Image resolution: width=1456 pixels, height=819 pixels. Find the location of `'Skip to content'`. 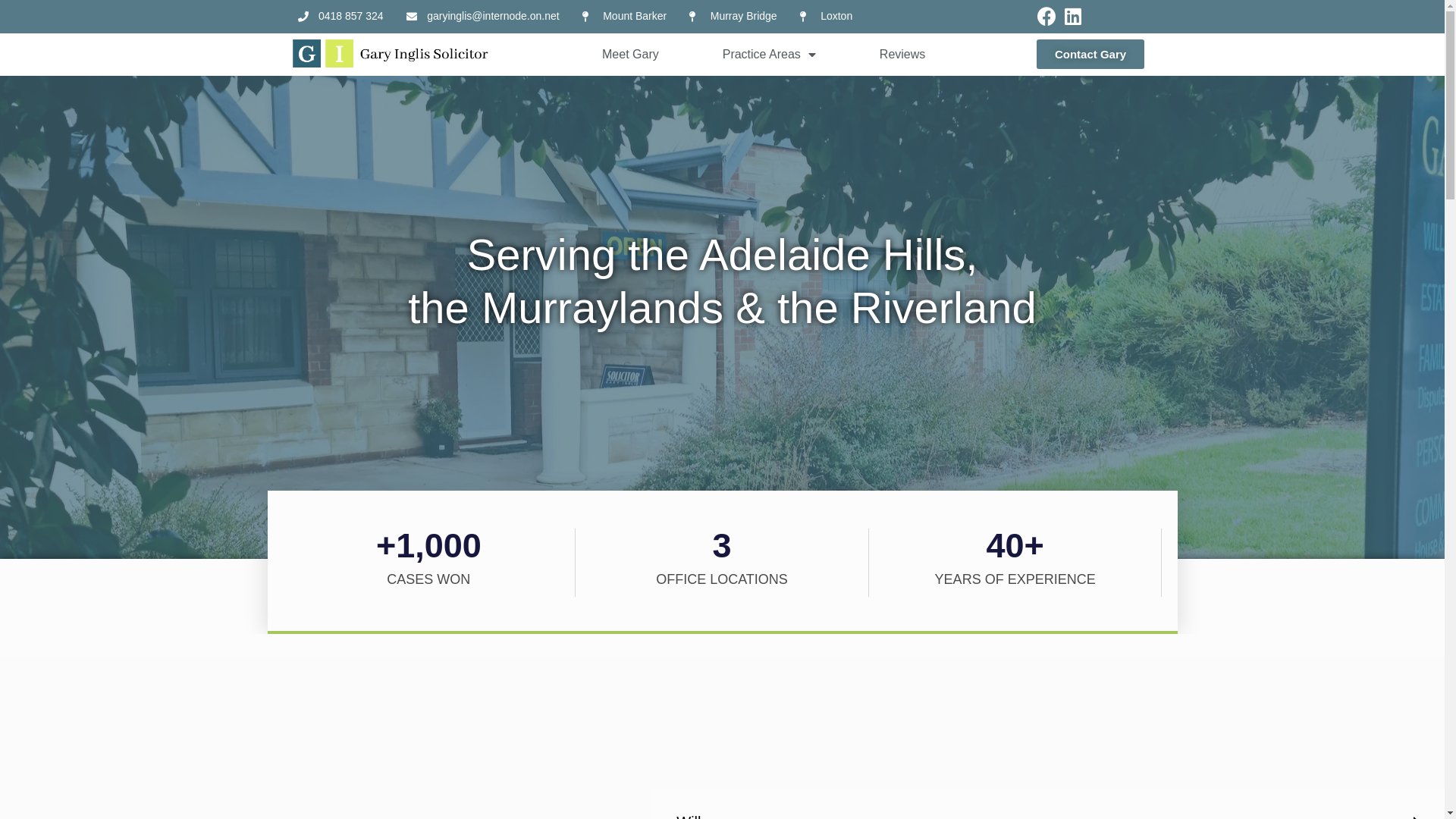

'Skip to content' is located at coordinates (14, 8).